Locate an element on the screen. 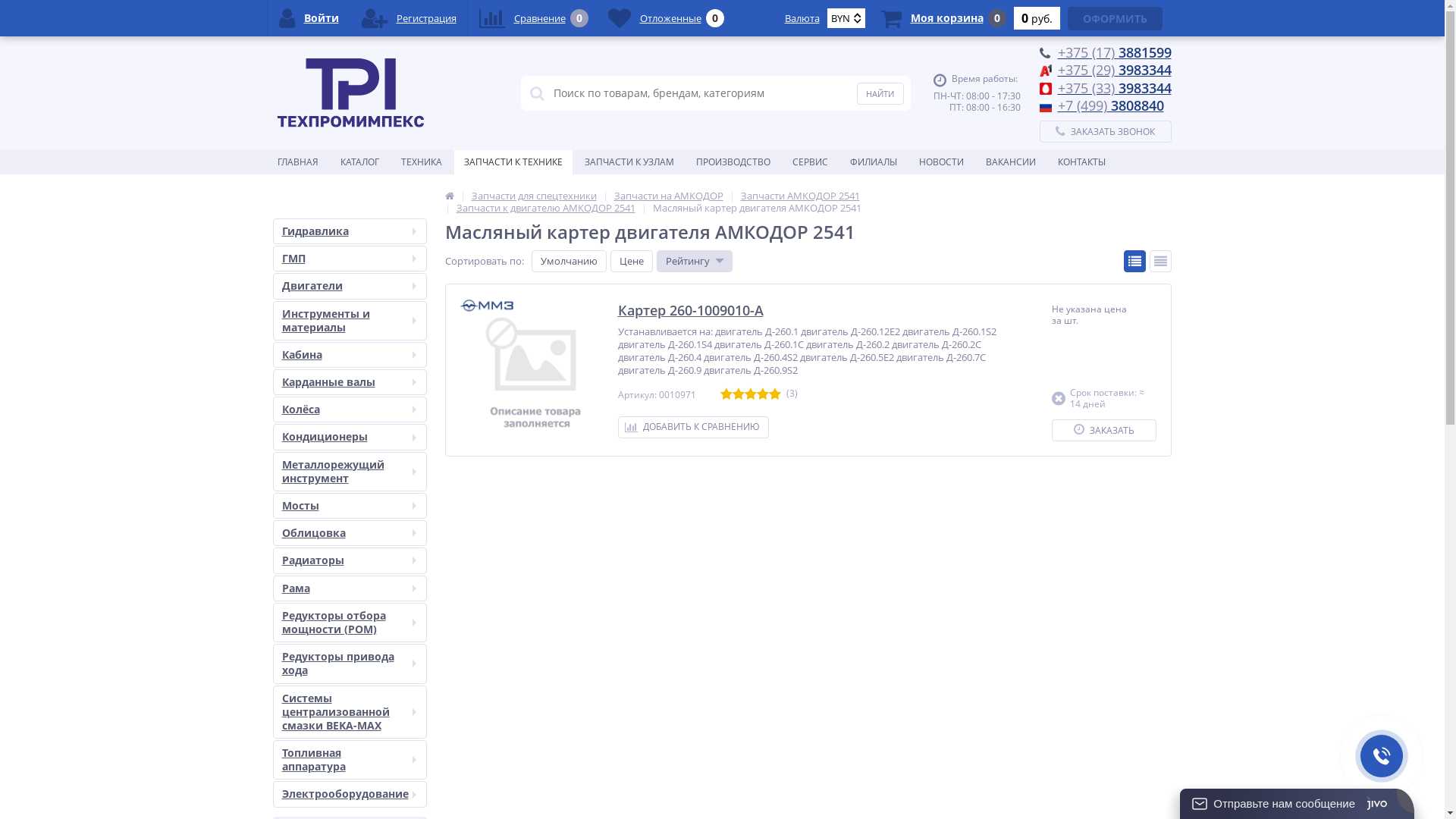 The width and height of the screenshot is (1456, 819). '1' is located at coordinates (726, 394).